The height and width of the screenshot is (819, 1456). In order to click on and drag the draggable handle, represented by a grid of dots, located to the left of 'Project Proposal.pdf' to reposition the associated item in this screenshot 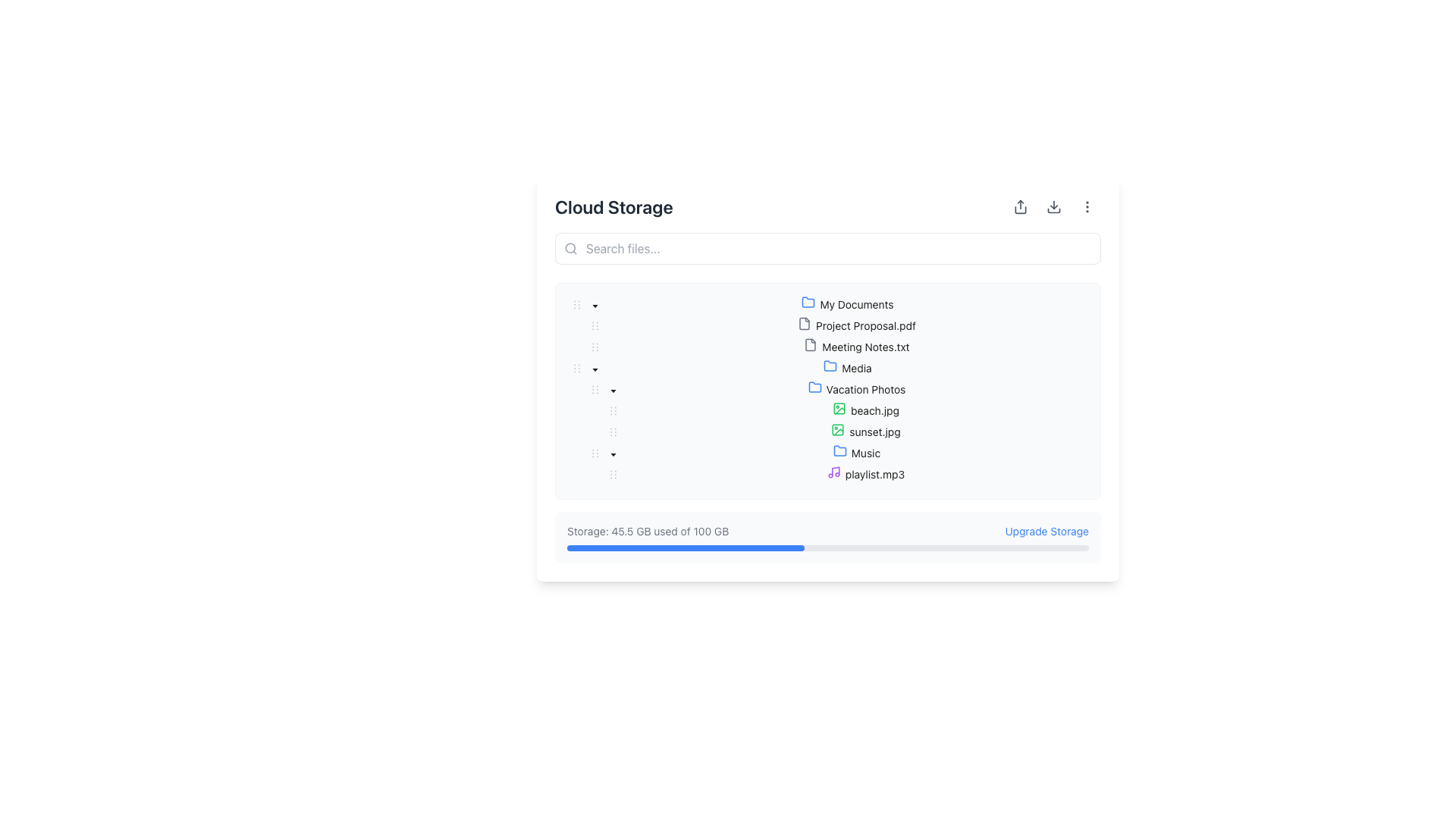, I will do `click(595, 325)`.